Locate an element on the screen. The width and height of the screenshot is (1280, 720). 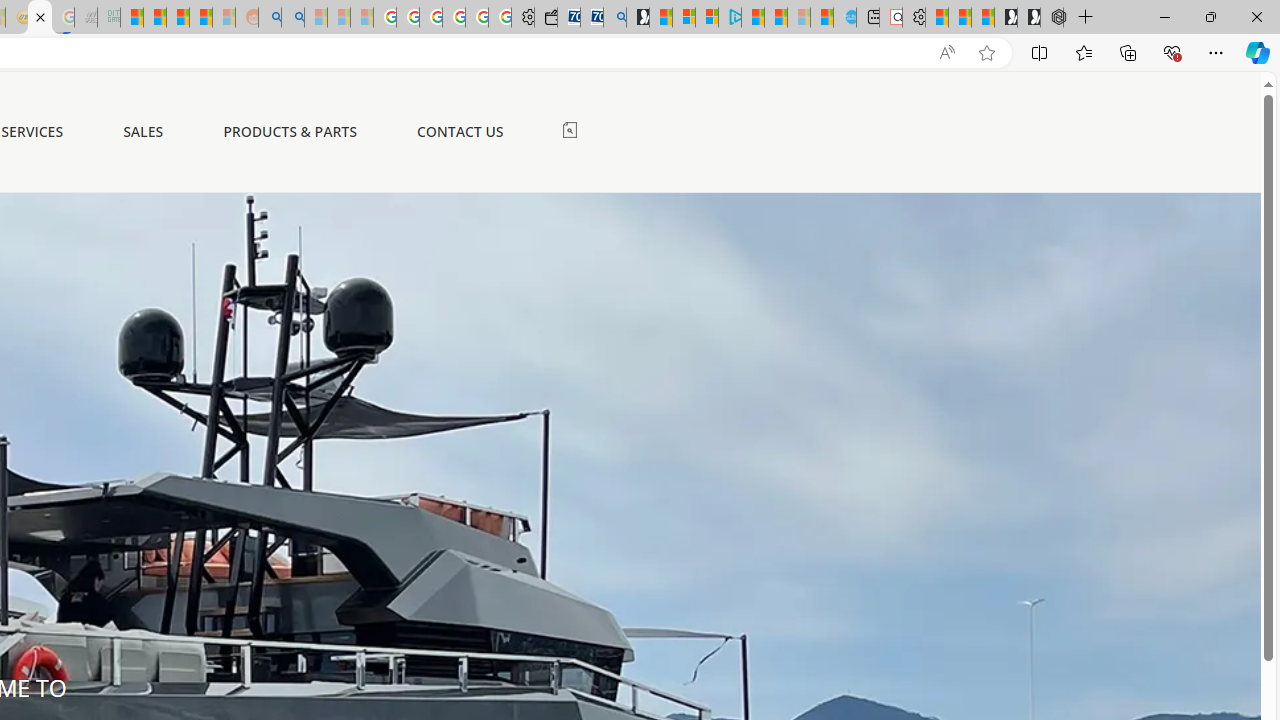
'Bing Real Estate - Home sales and rental listings' is located at coordinates (614, 17).